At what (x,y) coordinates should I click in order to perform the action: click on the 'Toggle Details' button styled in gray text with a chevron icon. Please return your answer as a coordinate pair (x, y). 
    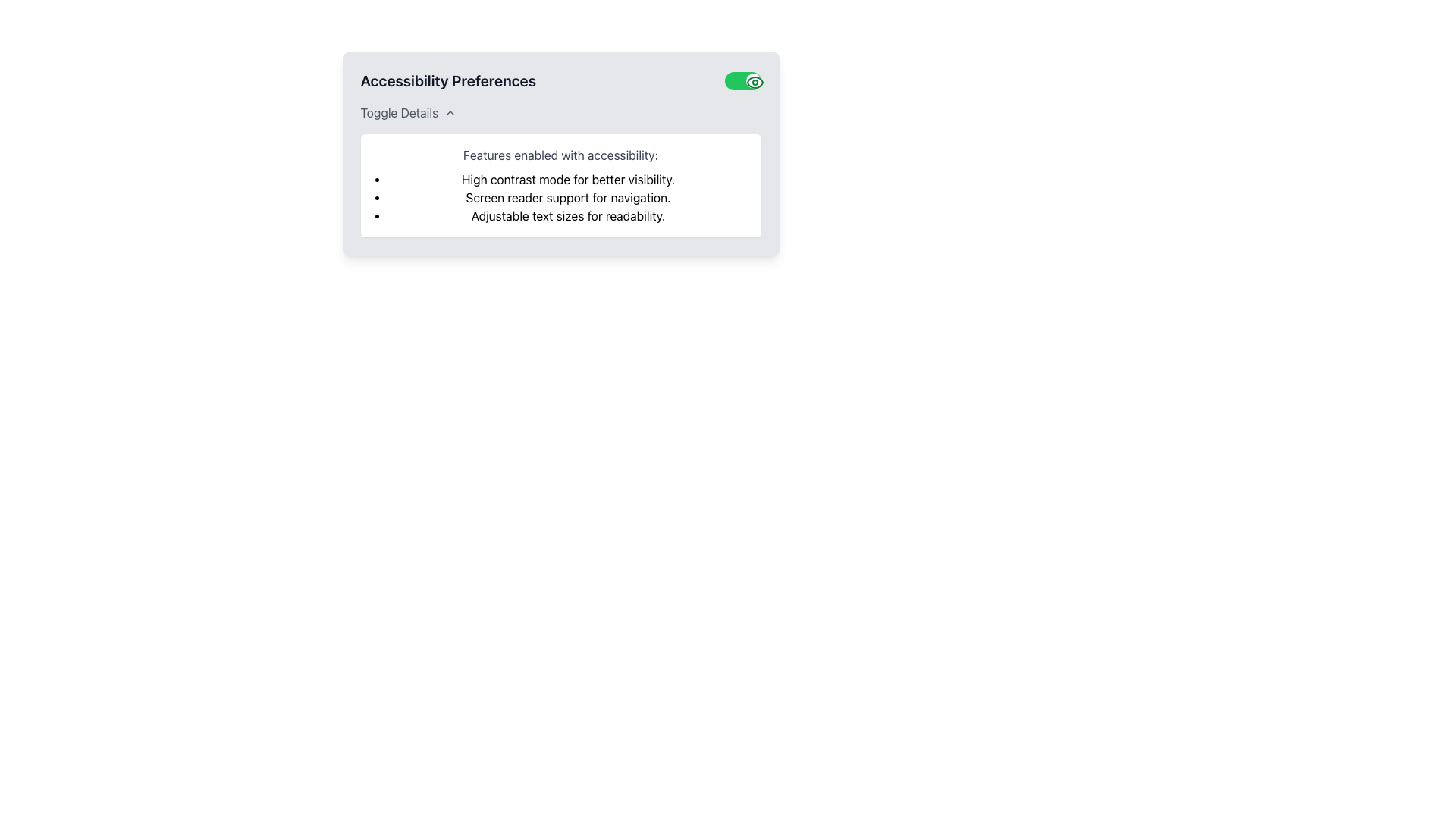
    Looking at the image, I should click on (408, 112).